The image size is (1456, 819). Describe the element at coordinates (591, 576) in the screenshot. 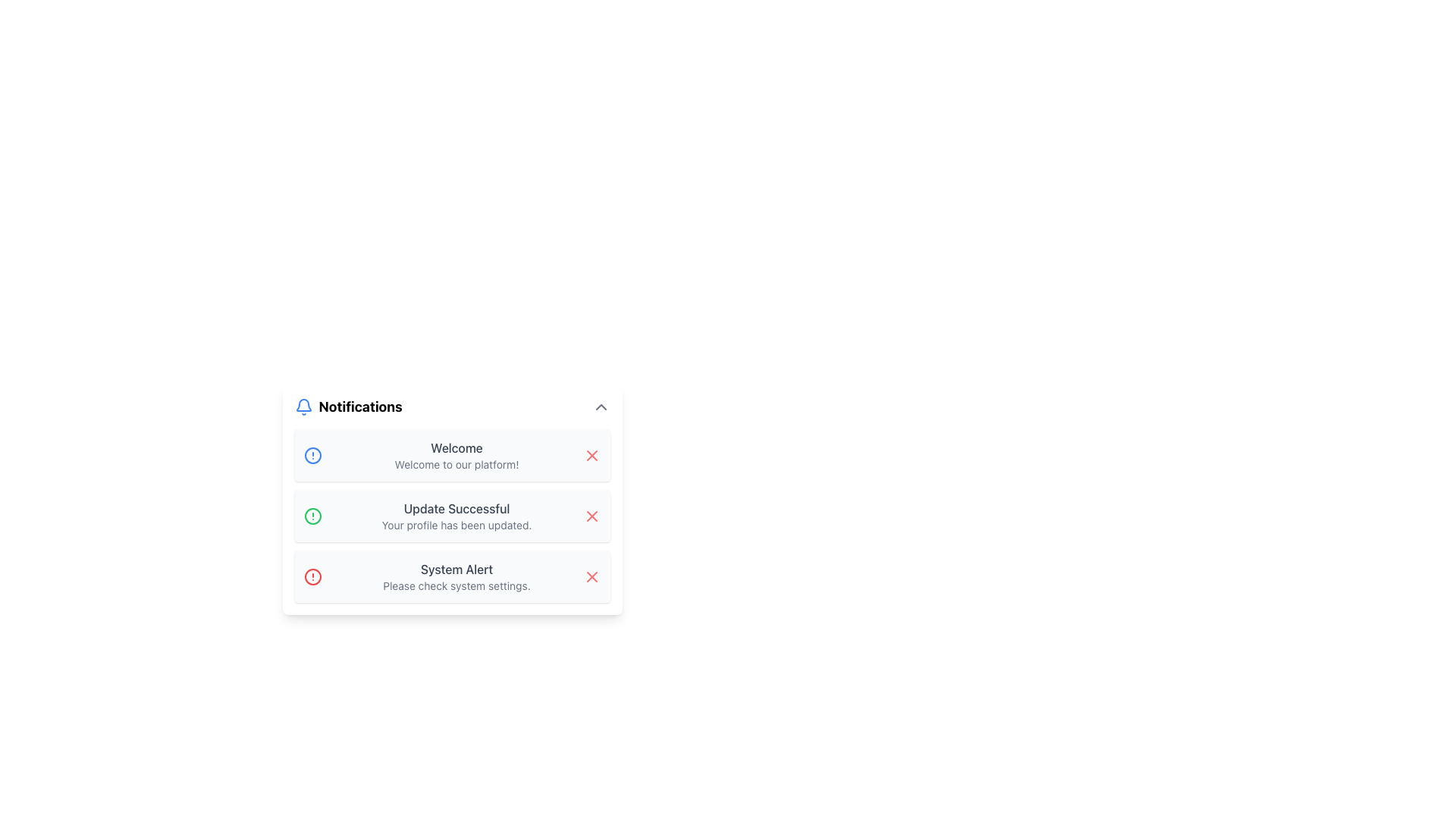

I see `the second diagonal line of the 'X' close icon in the notification component to emphasize its interactivity` at that location.